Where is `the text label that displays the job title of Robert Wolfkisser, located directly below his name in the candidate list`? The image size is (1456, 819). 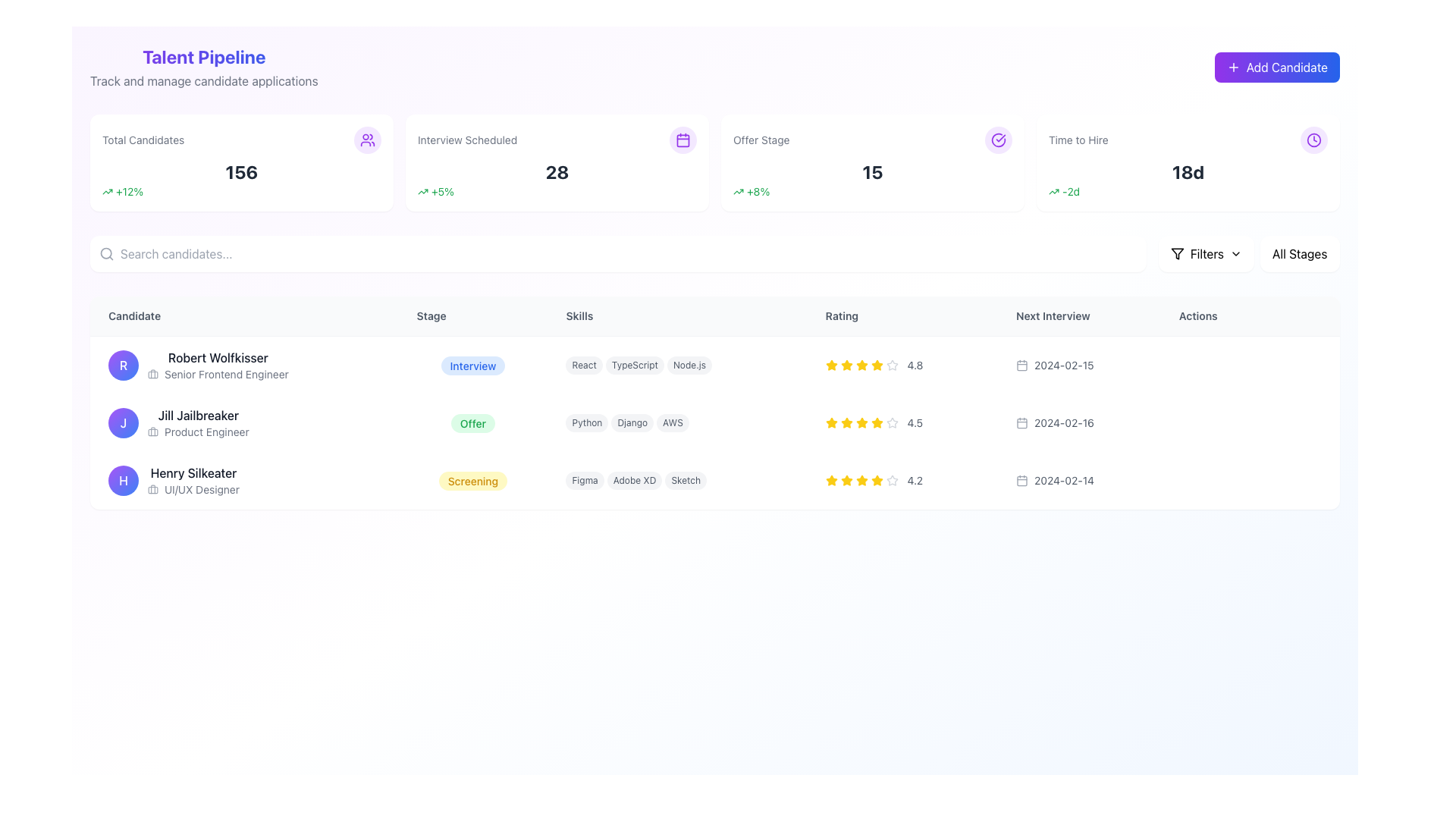
the text label that displays the job title of Robert Wolfkisser, located directly below his name in the candidate list is located at coordinates (225, 374).